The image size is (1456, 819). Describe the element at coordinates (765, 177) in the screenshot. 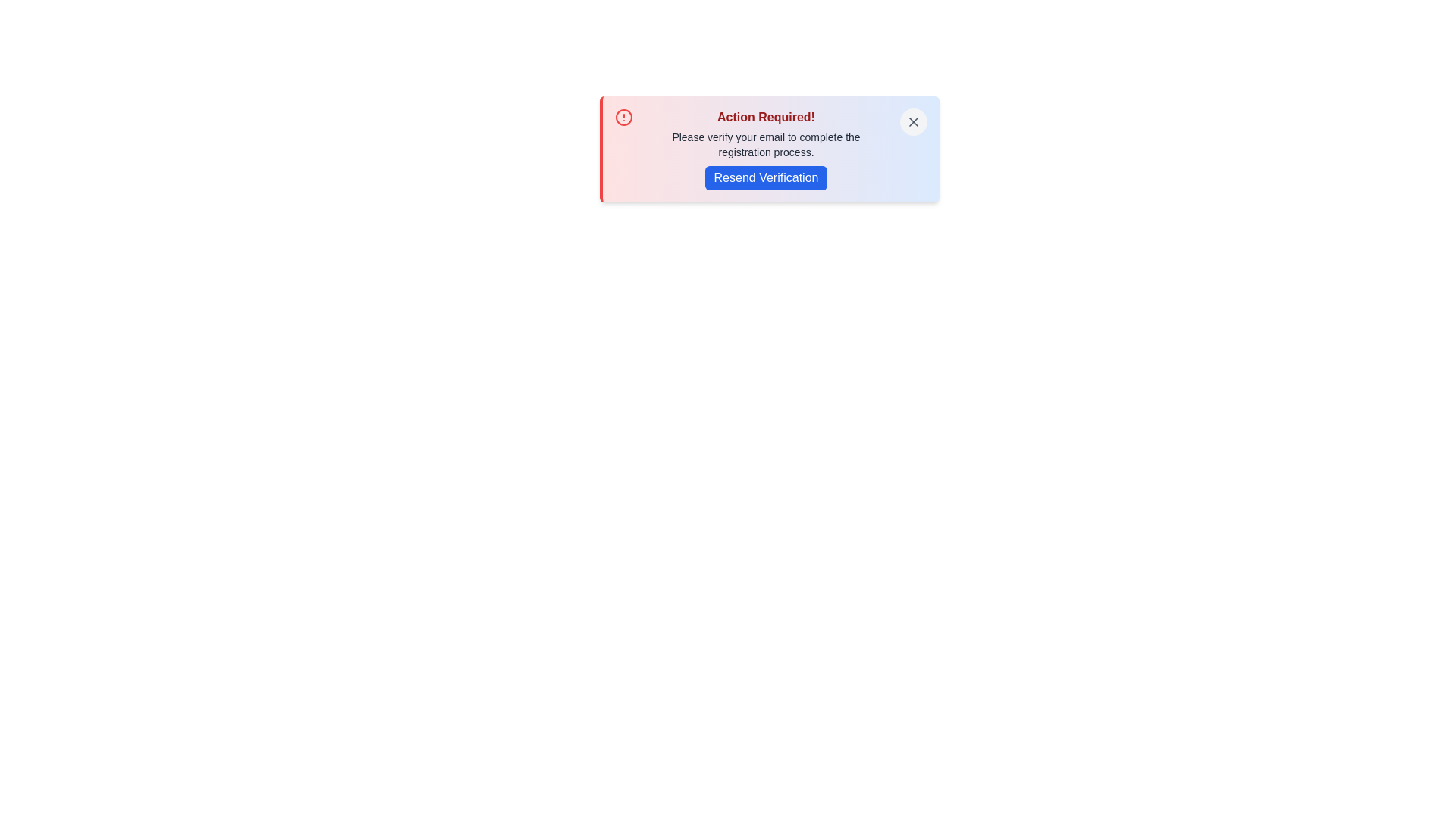

I see `the 'Resend Verification' button` at that location.